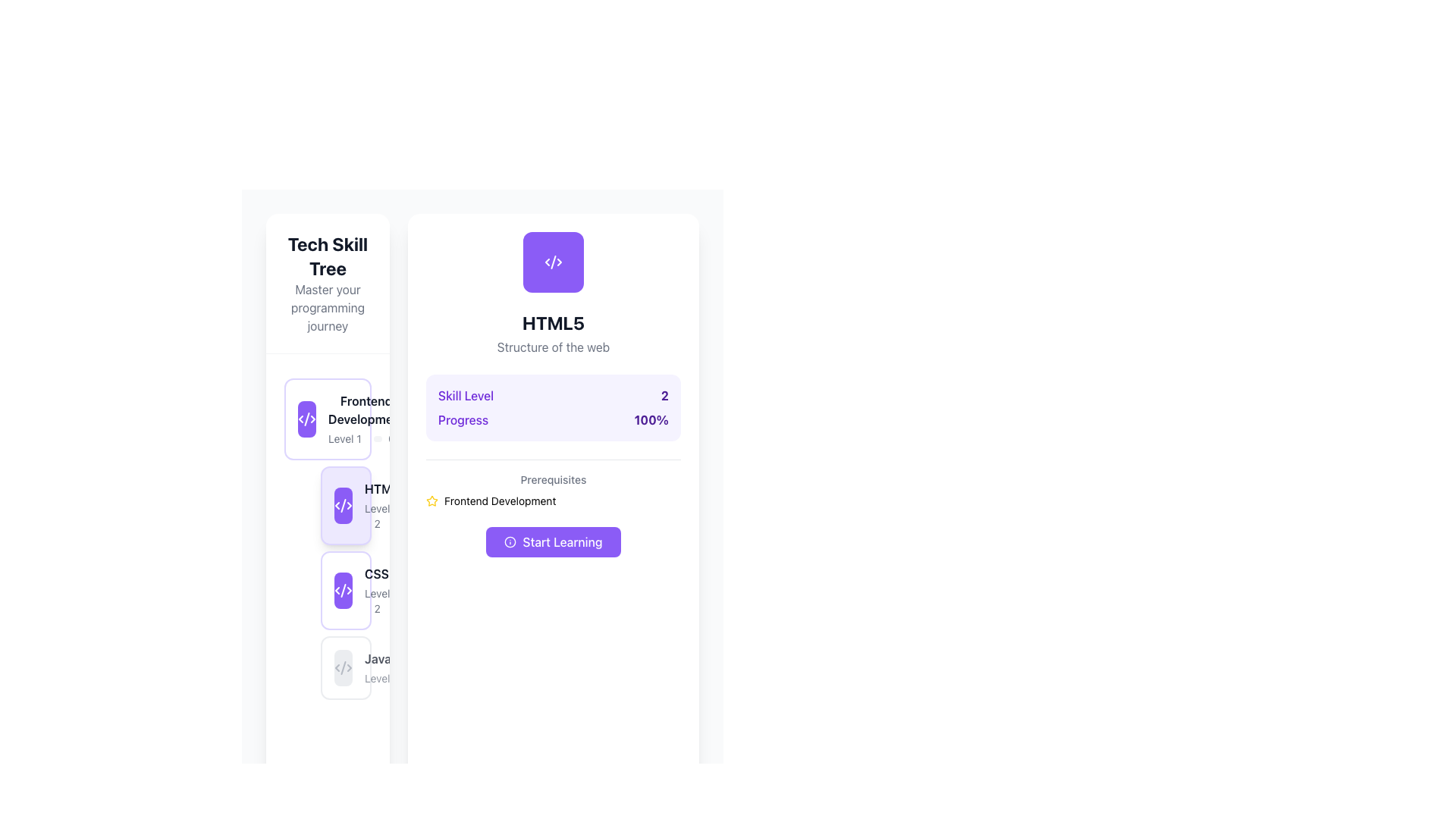 The image size is (1456, 819). I want to click on the JavaScript skill level card, which is the fourth card in the left sidebar, following Frontend Development, HTML5, and CSS, so click(345, 667).